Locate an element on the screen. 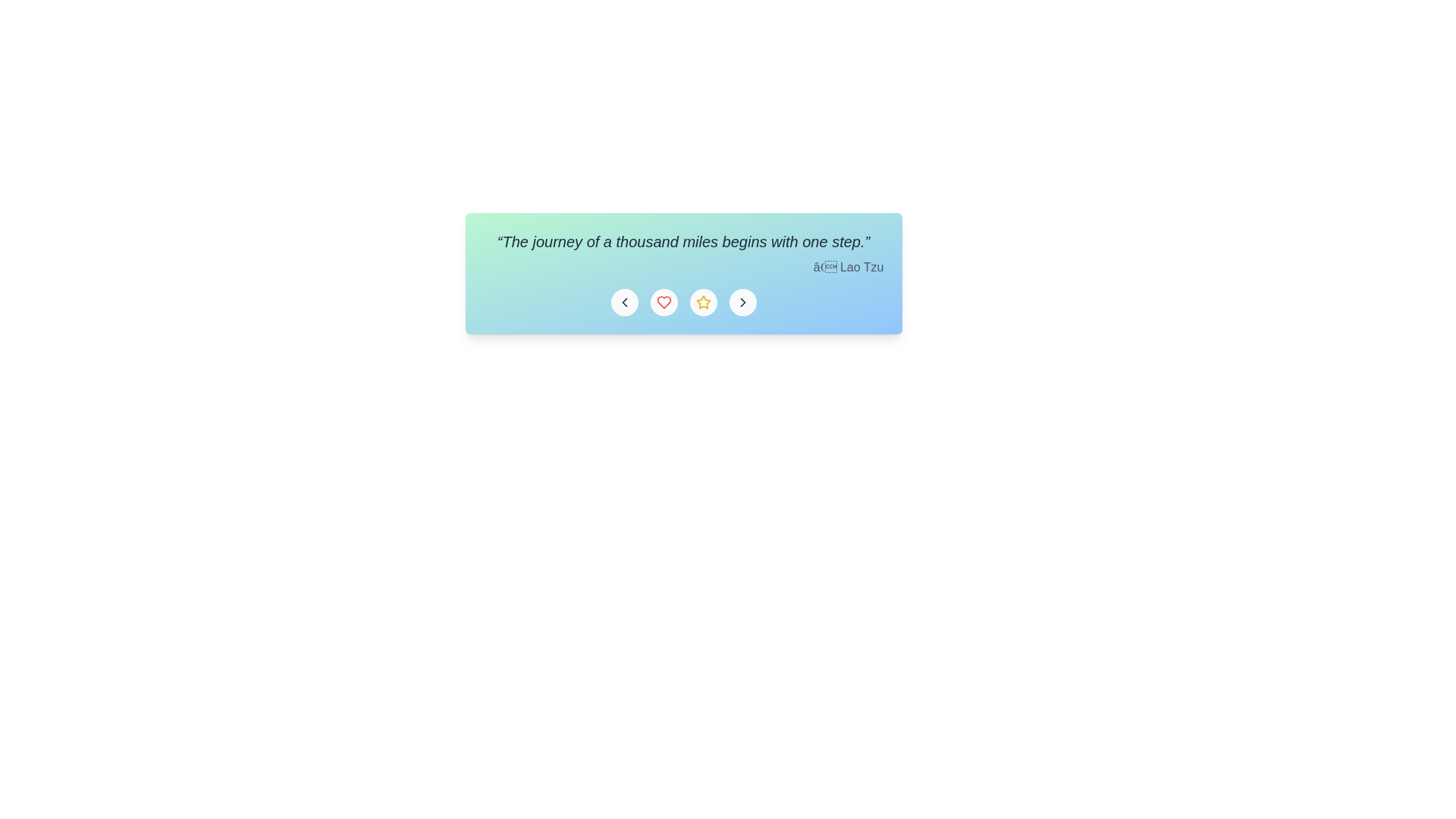 Image resolution: width=1456 pixels, height=819 pixels. the heart-shaped icon within the button is located at coordinates (664, 302).